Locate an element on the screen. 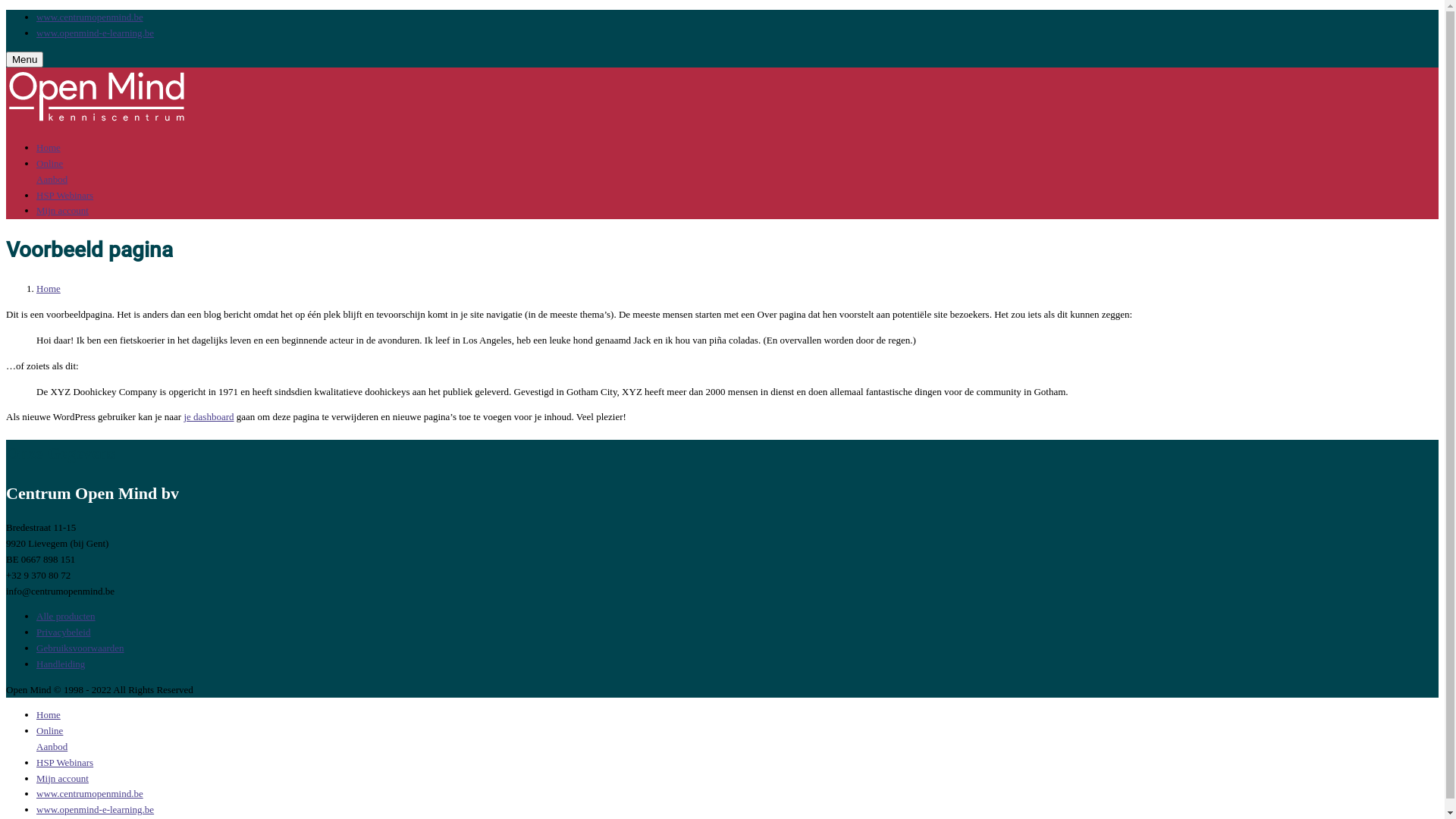 The height and width of the screenshot is (819, 1456). 'Online is located at coordinates (52, 738).